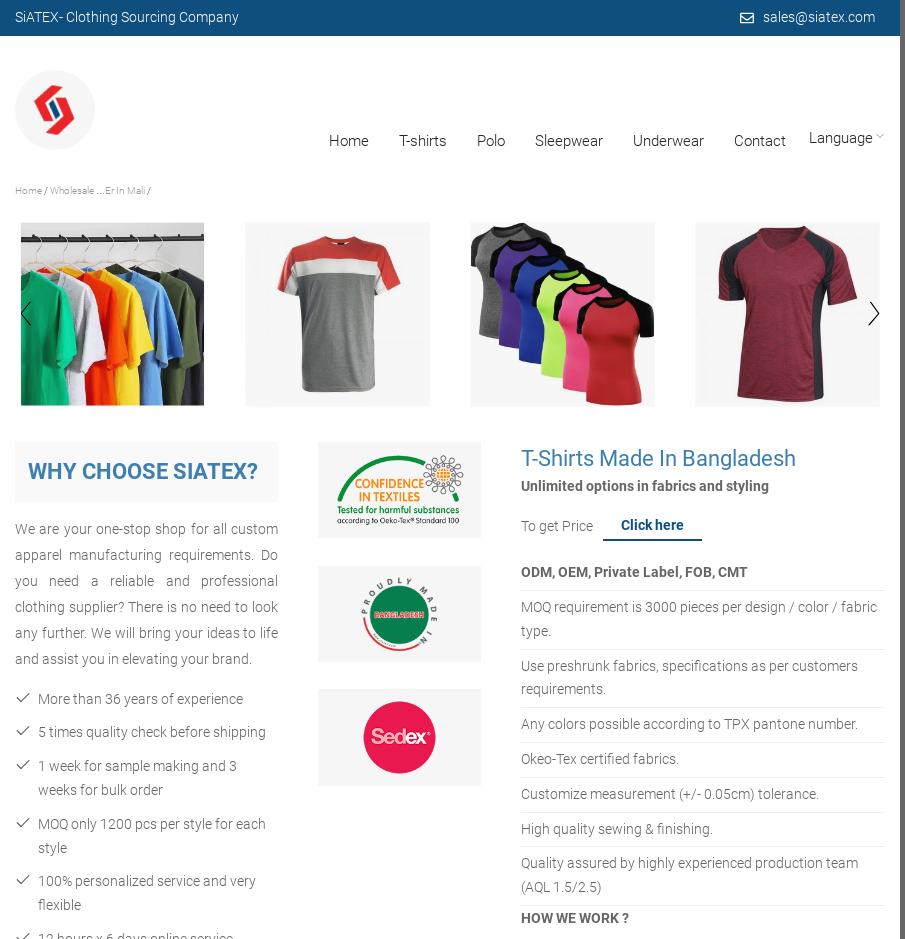  Describe the element at coordinates (36, 16) in the screenshot. I see `'SiATEX'` at that location.